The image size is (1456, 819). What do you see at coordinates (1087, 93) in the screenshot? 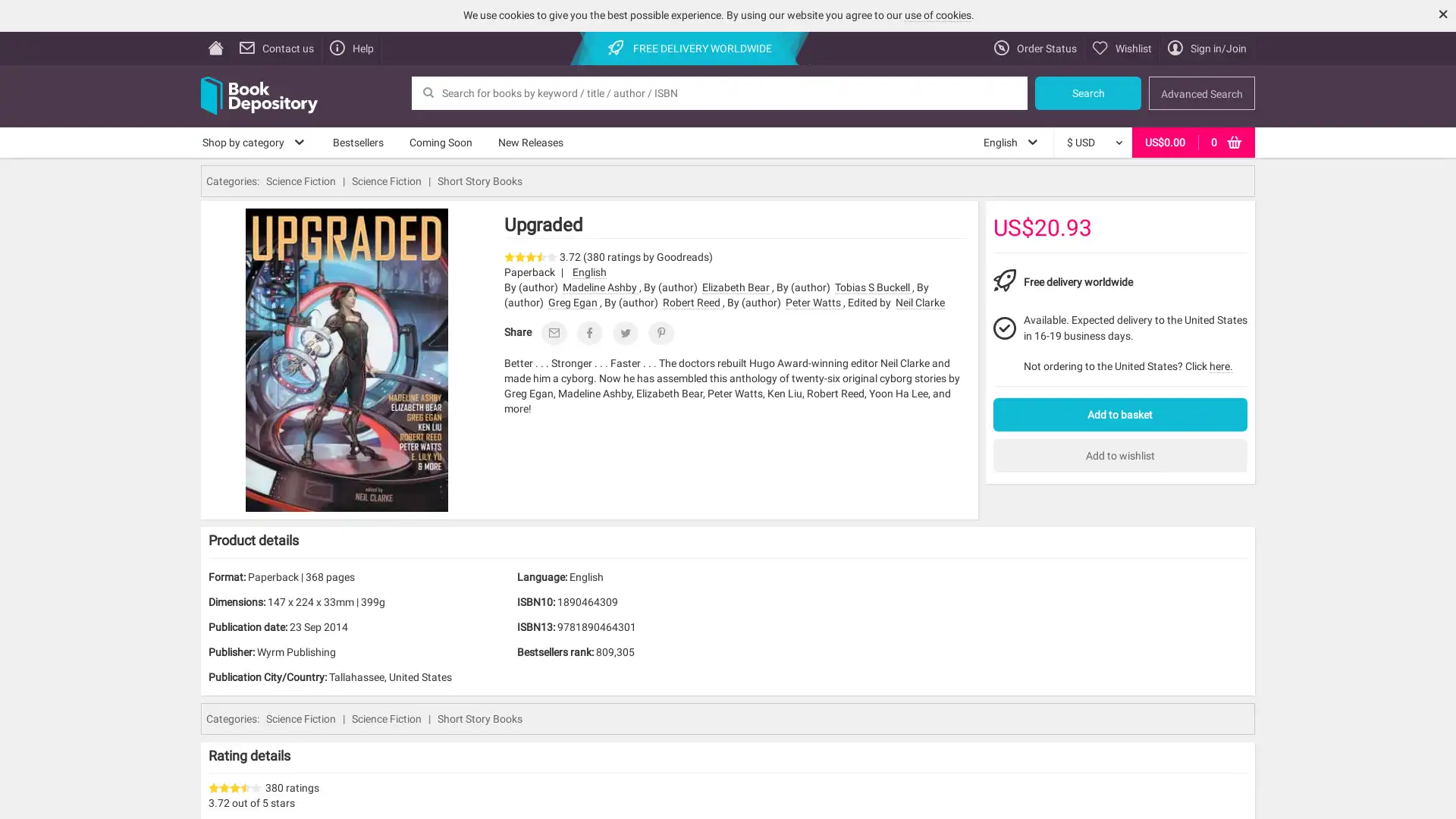
I see `Search` at bounding box center [1087, 93].